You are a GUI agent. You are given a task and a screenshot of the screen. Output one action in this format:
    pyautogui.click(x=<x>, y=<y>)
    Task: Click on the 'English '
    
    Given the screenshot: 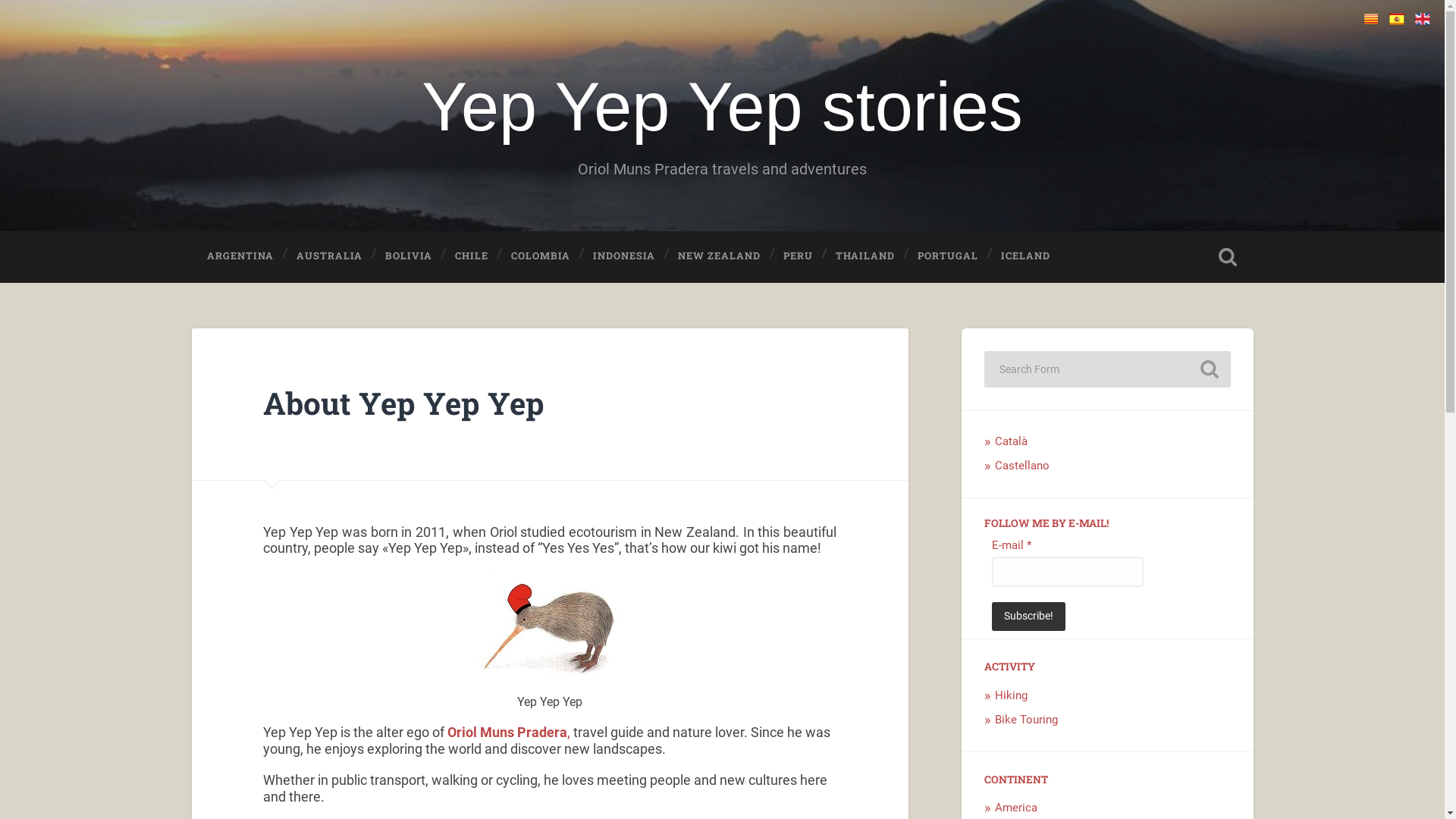 What is the action you would take?
    pyautogui.click(x=1422, y=18)
    